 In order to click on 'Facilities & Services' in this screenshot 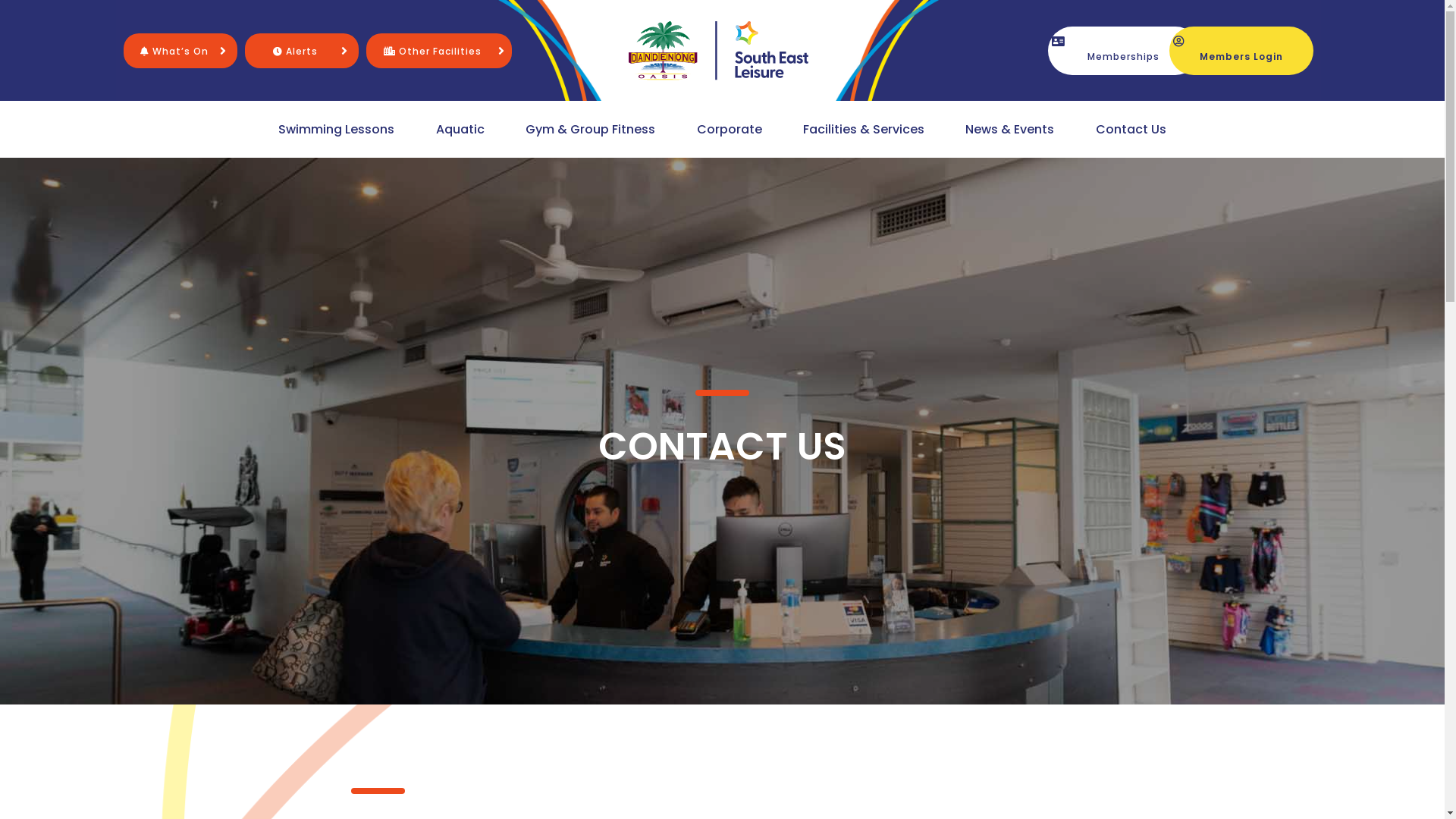, I will do `click(799, 128)`.